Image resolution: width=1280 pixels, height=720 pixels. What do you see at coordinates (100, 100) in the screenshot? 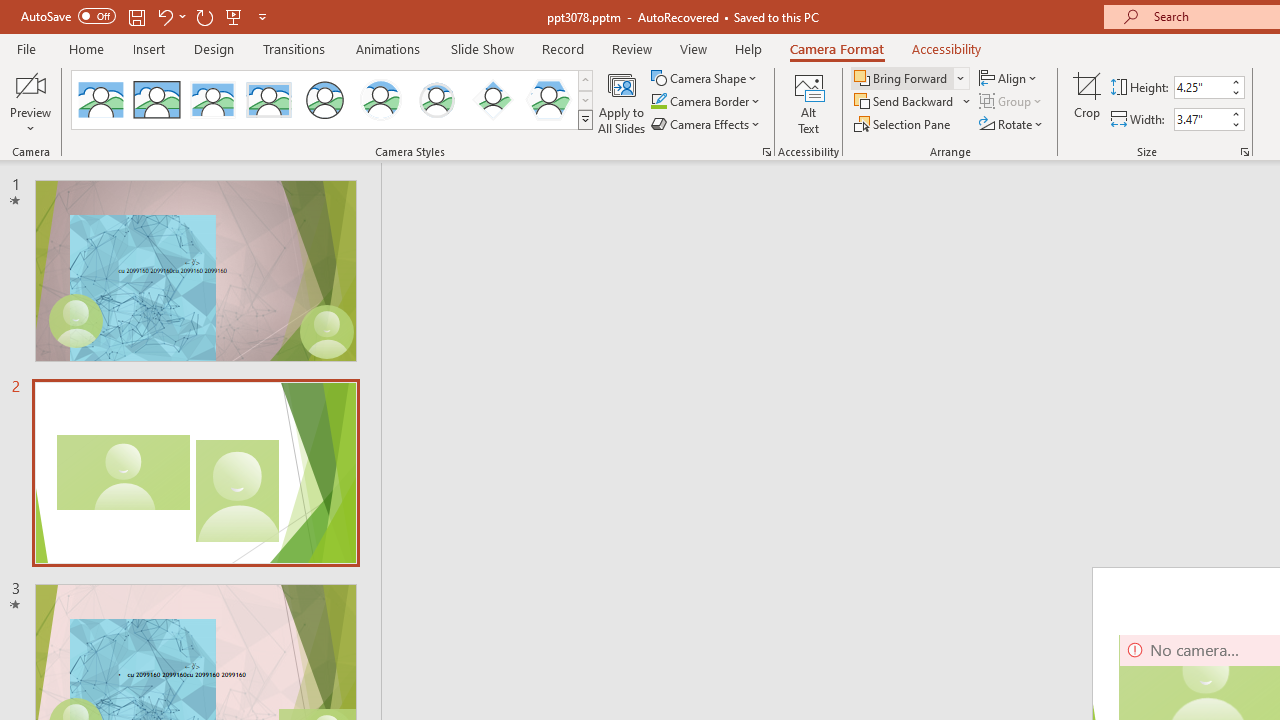
I see `'No Style'` at bounding box center [100, 100].